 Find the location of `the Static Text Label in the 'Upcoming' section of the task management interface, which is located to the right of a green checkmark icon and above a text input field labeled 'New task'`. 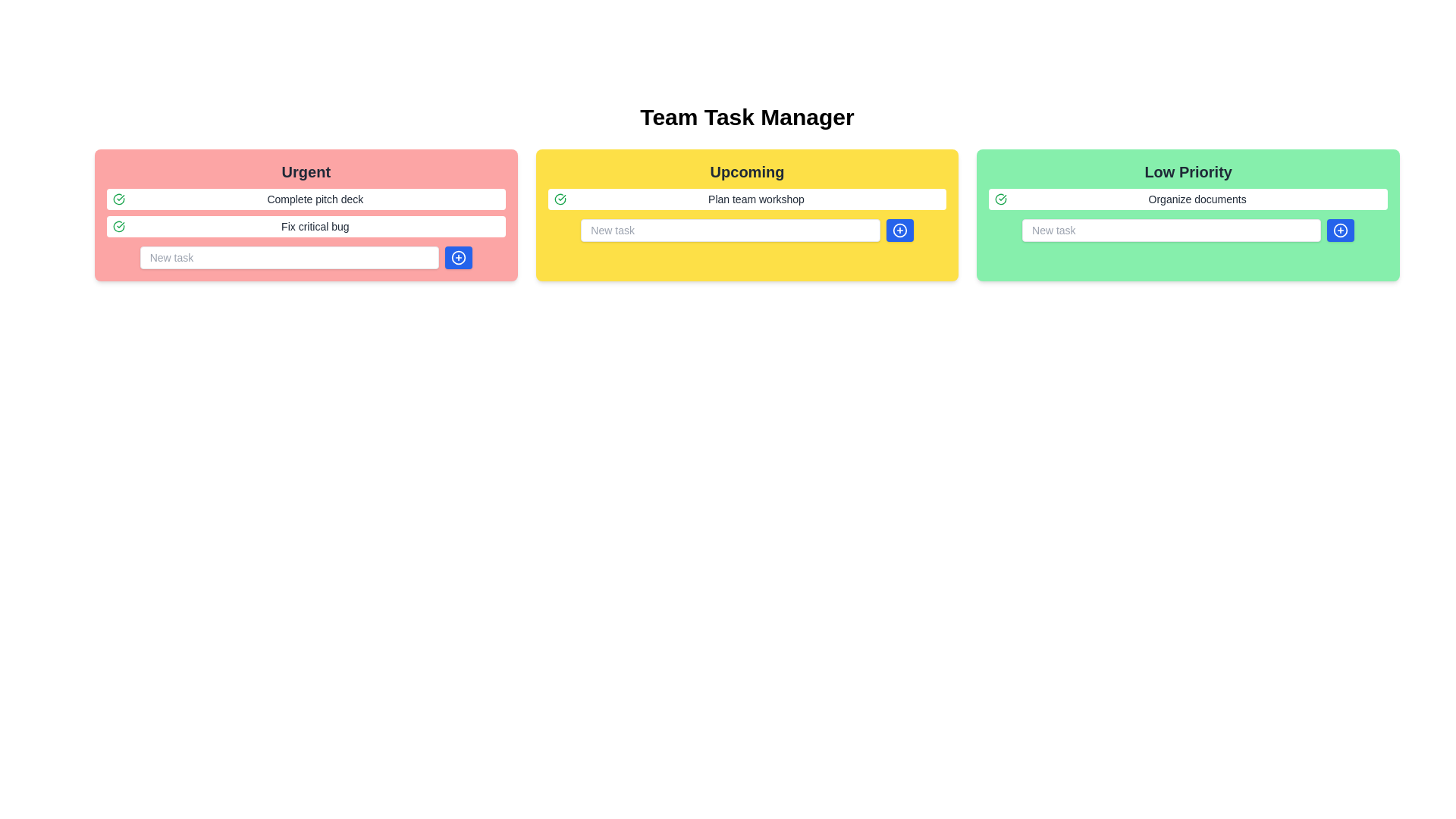

the Static Text Label in the 'Upcoming' section of the task management interface, which is located to the right of a green checkmark icon and above a text input field labeled 'New task' is located at coordinates (756, 198).